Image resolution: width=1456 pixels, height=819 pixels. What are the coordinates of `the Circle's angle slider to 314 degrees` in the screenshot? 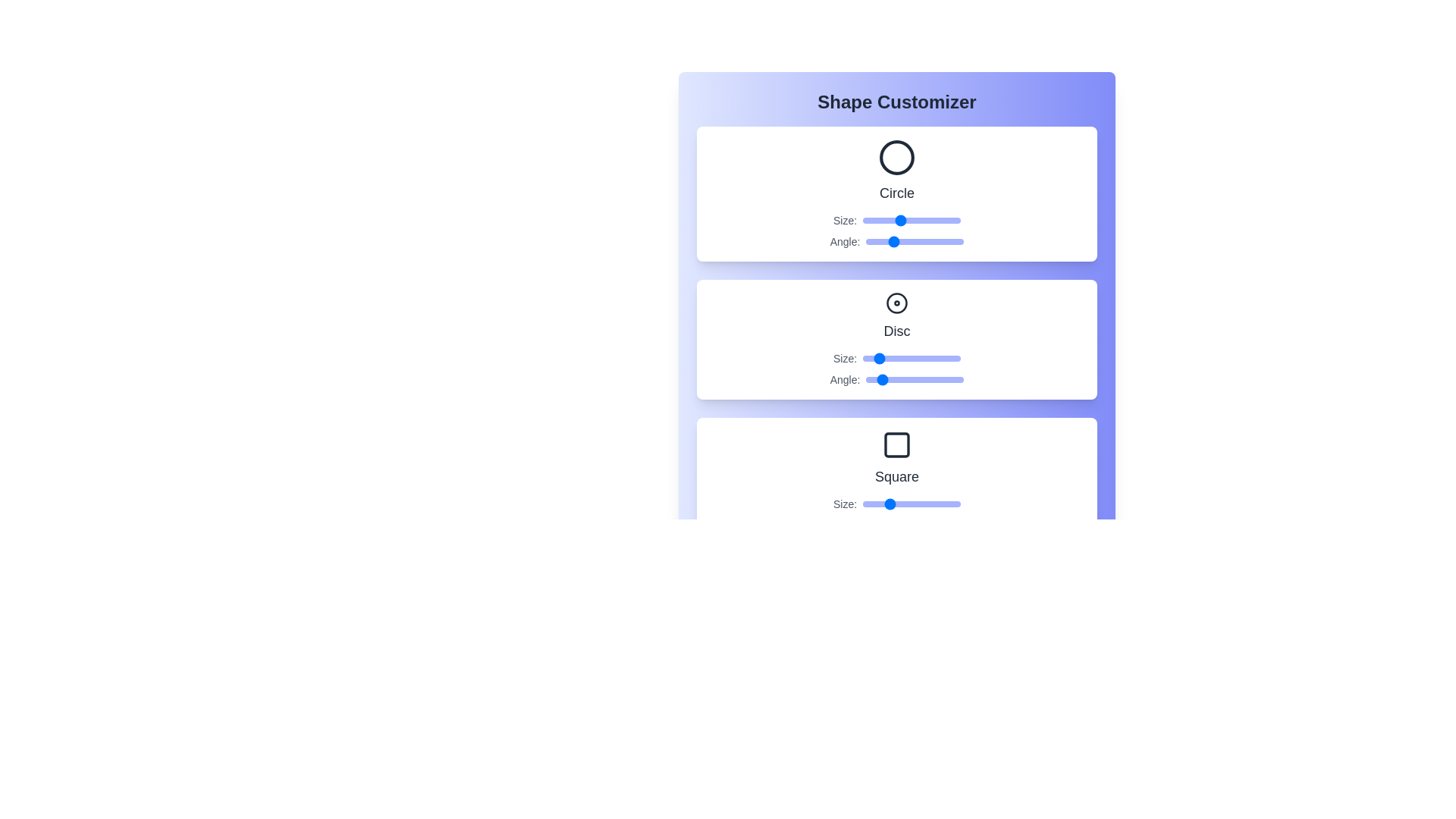 It's located at (950, 241).